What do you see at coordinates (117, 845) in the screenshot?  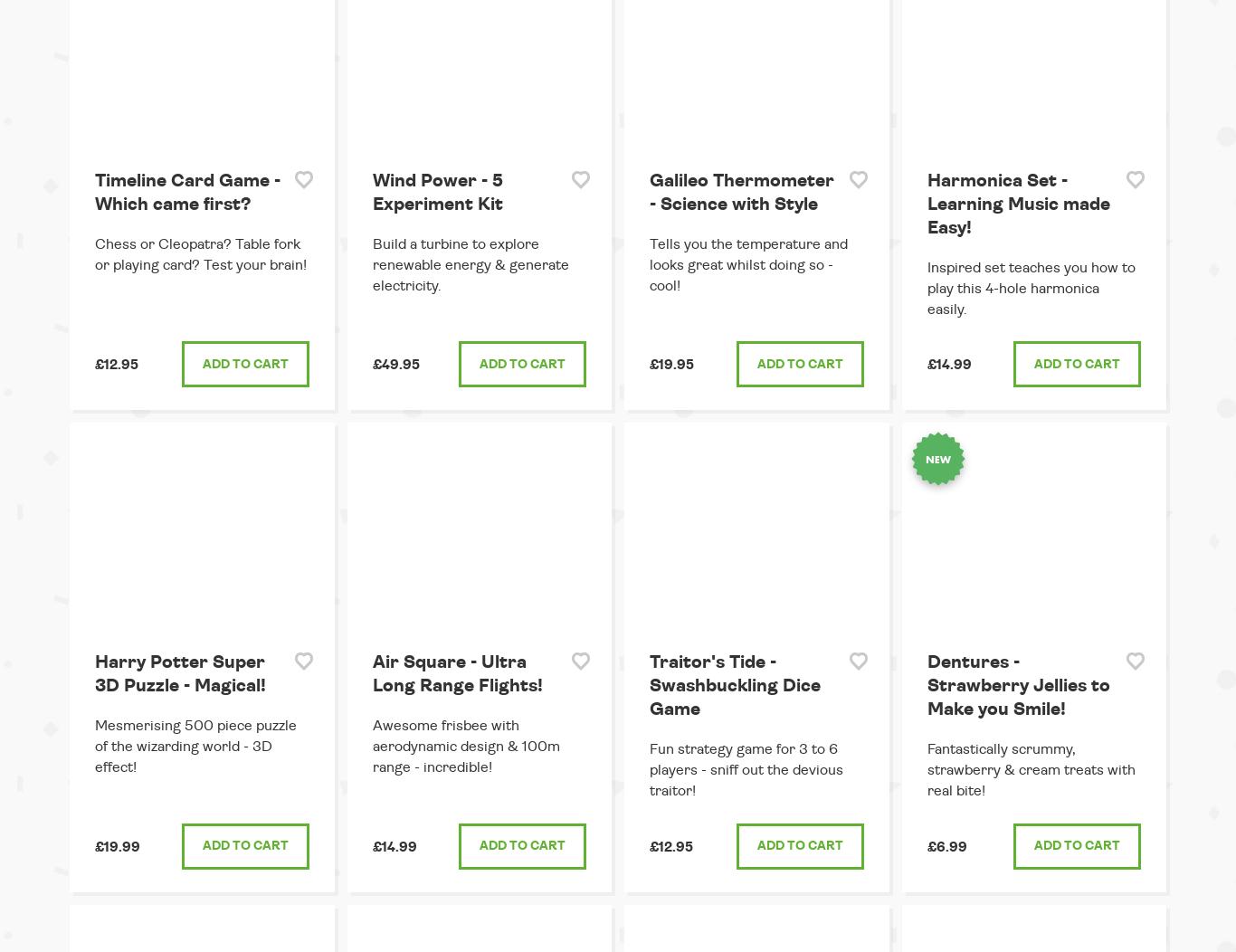 I see `'£19.99'` at bounding box center [117, 845].